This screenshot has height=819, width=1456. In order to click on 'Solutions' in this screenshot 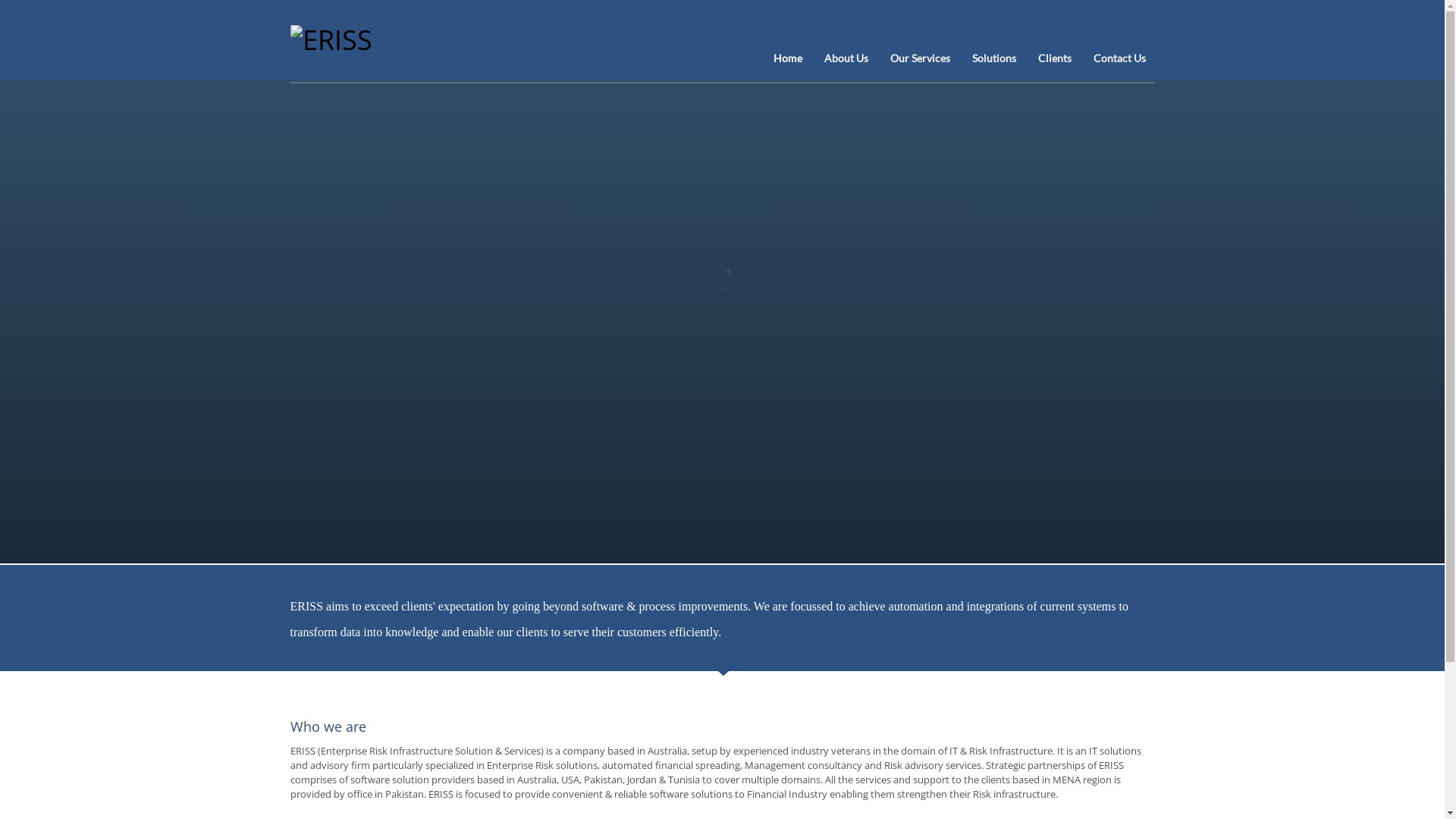, I will do `click(993, 58)`.